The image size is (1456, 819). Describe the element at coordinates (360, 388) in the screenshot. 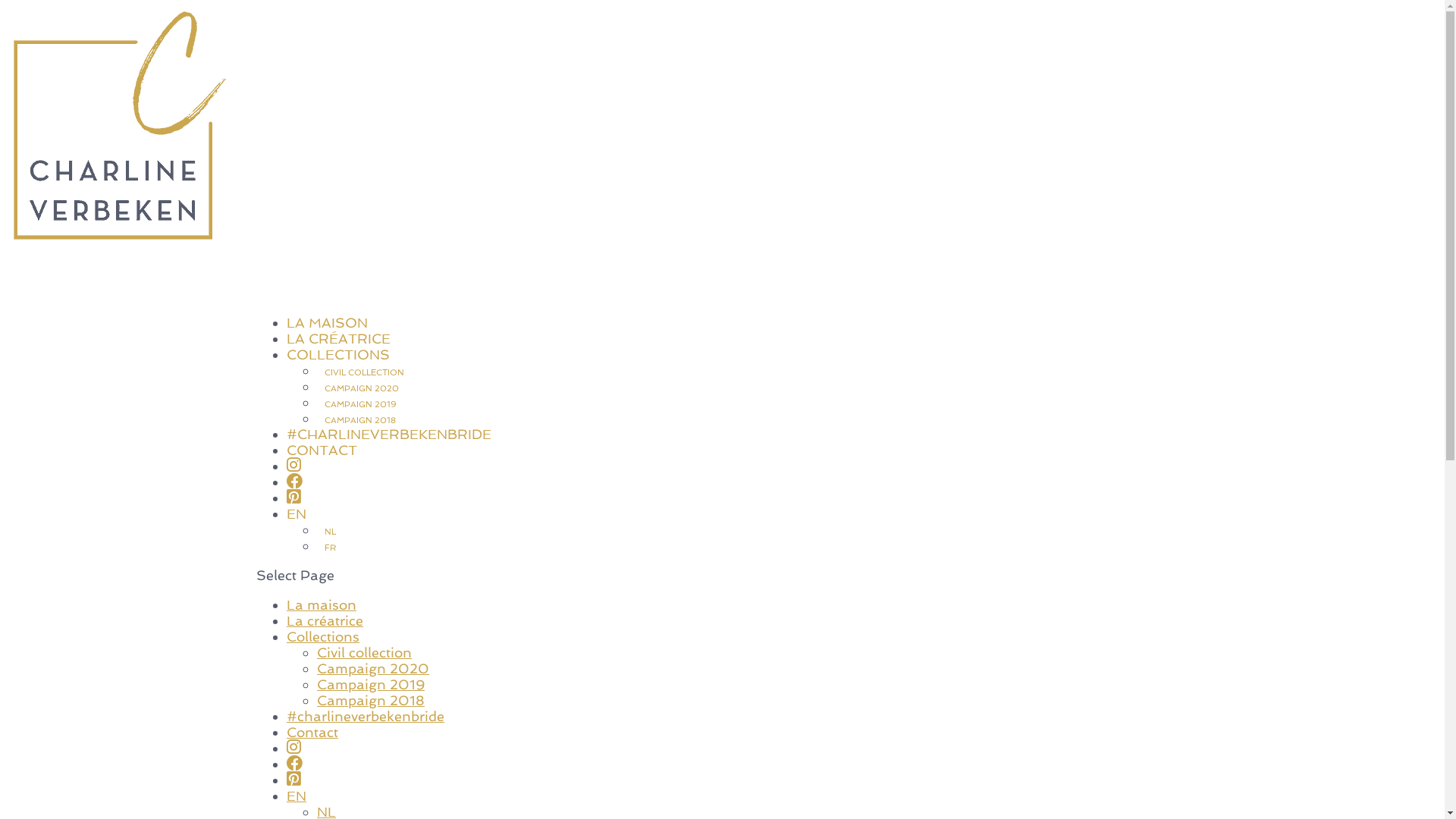

I see `'CAMPAIGN 2020'` at that location.